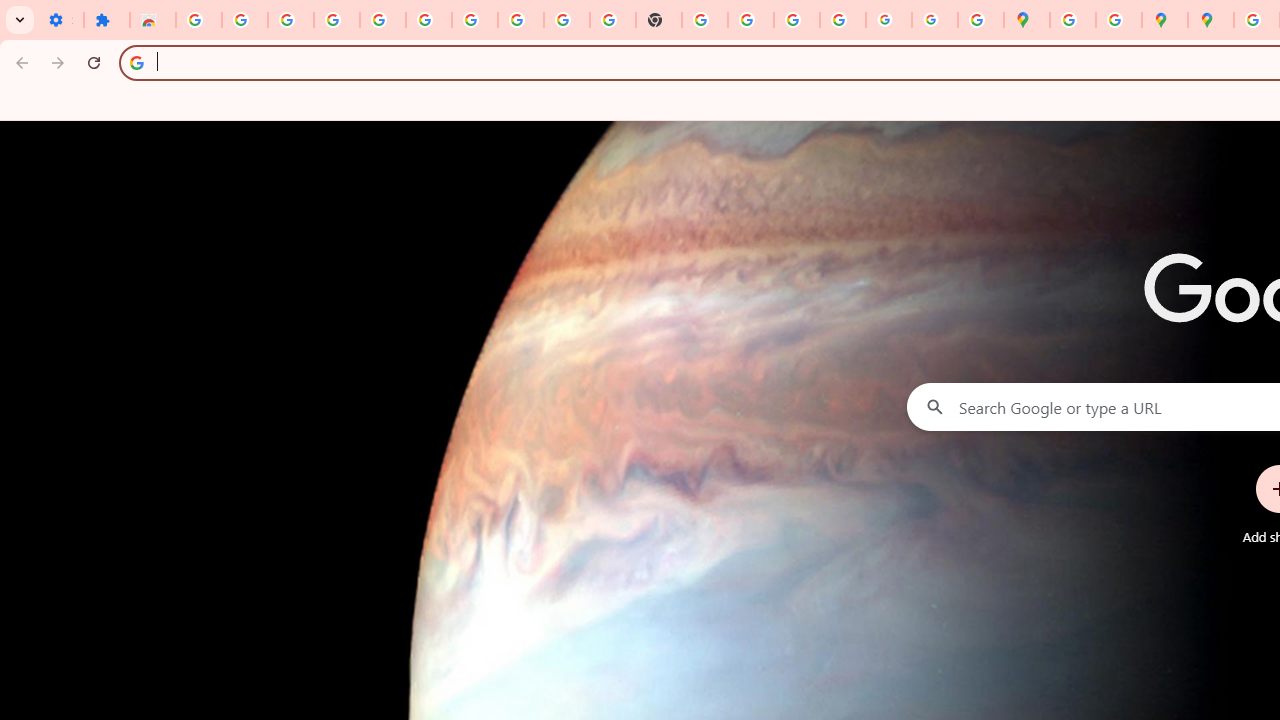  What do you see at coordinates (106, 20) in the screenshot?
I see `'Extensions'` at bounding box center [106, 20].